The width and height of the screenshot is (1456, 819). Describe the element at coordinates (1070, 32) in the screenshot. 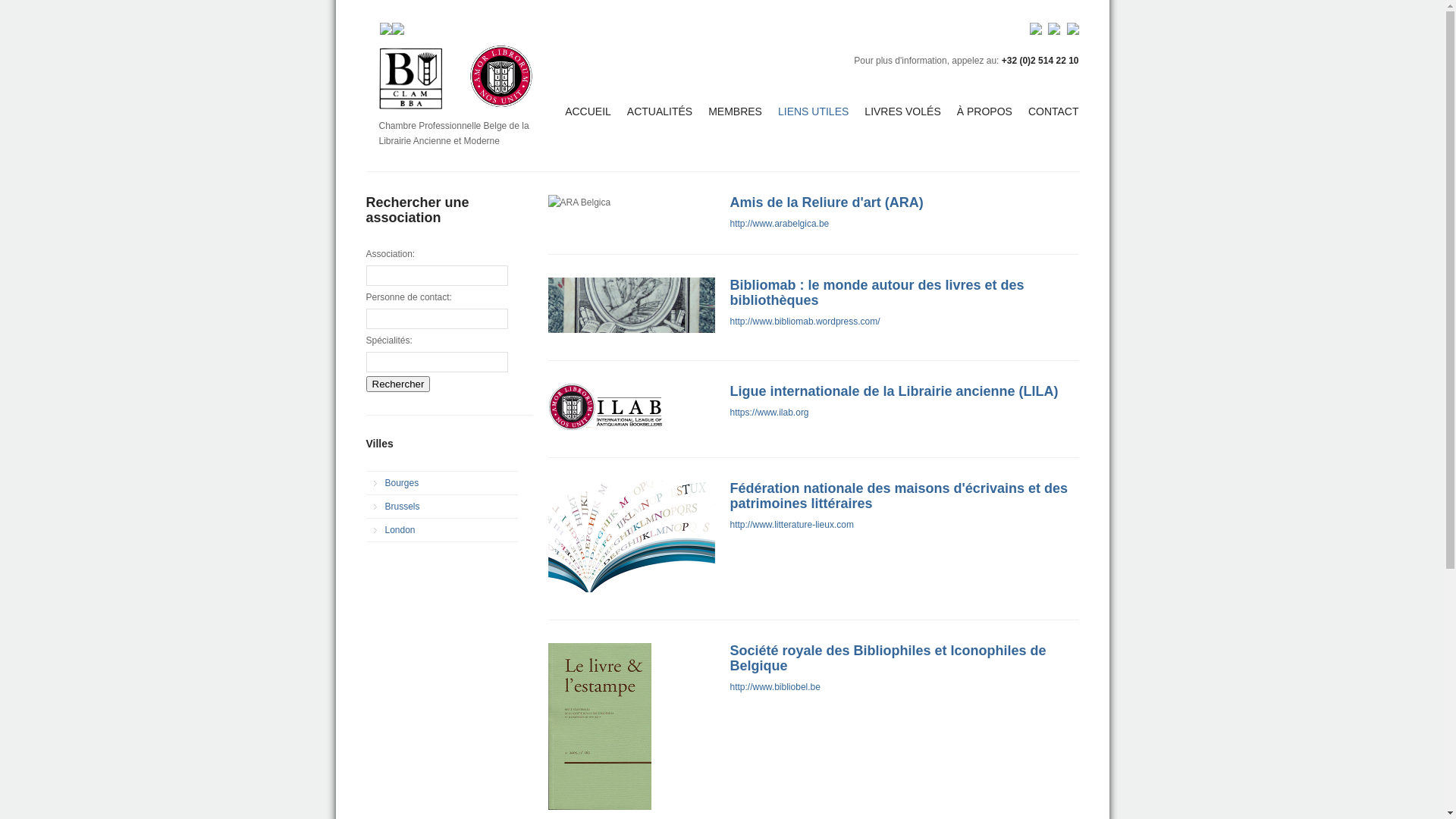

I see `'EN'` at that location.